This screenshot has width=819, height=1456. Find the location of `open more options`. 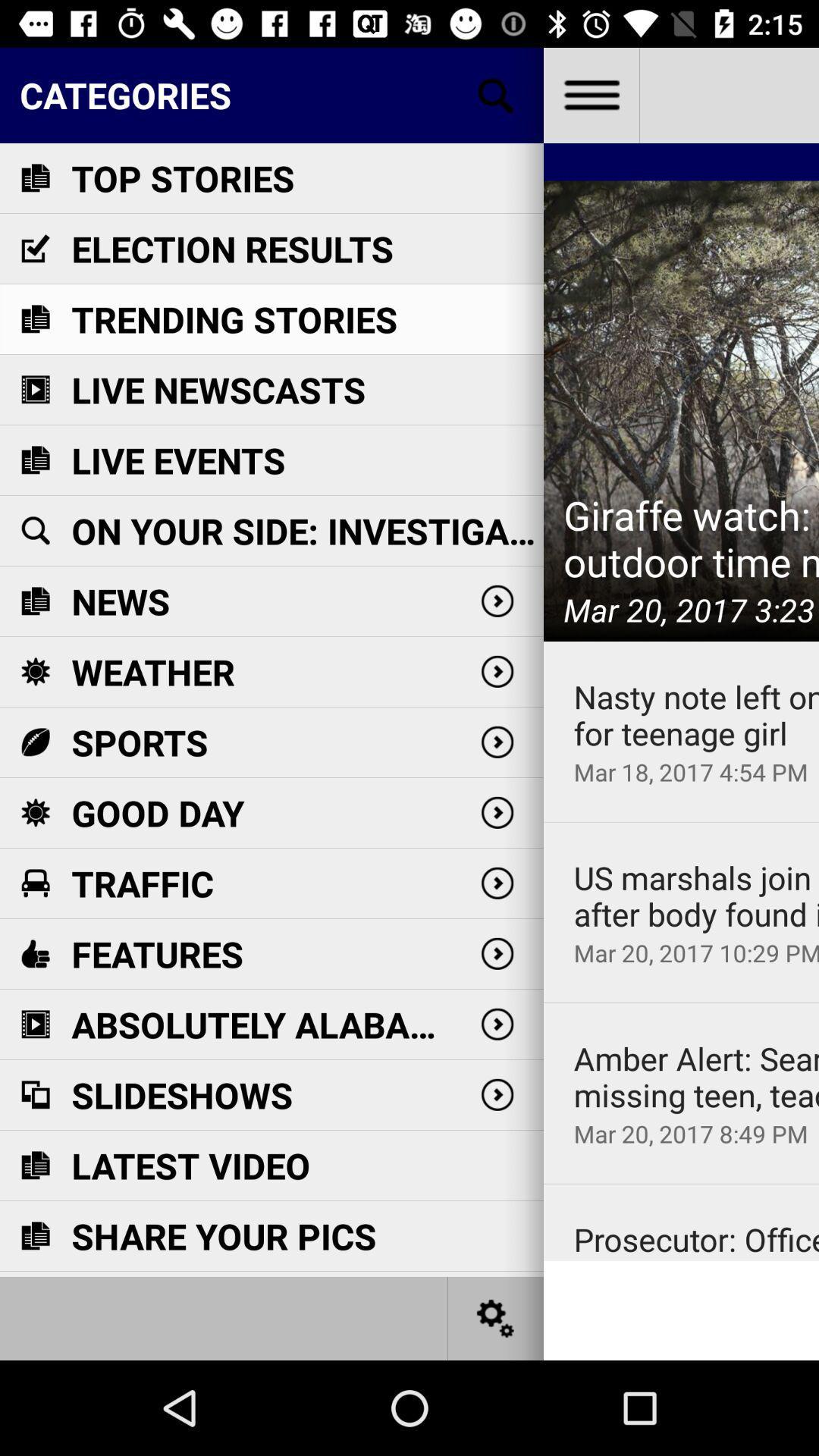

open more options is located at coordinates (590, 94).